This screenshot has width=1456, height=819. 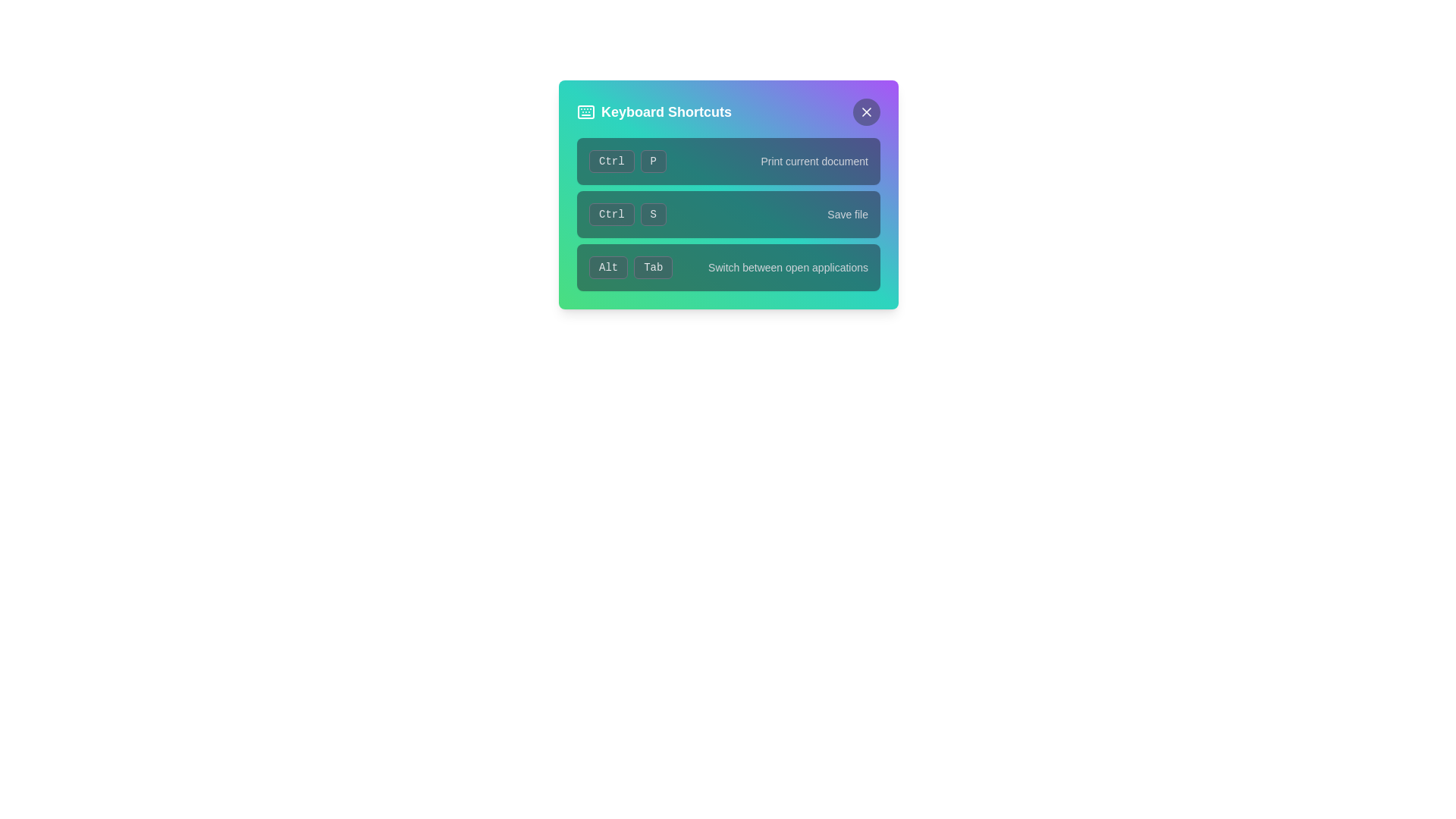 What do you see at coordinates (728, 214) in the screenshot?
I see `the shortcut information for the 'Ctrl + S' keyboard shortcut, which is represented by two buttons labeled 'Ctrl' and 'S' on the left and a text label 'Save file' on the right` at bounding box center [728, 214].